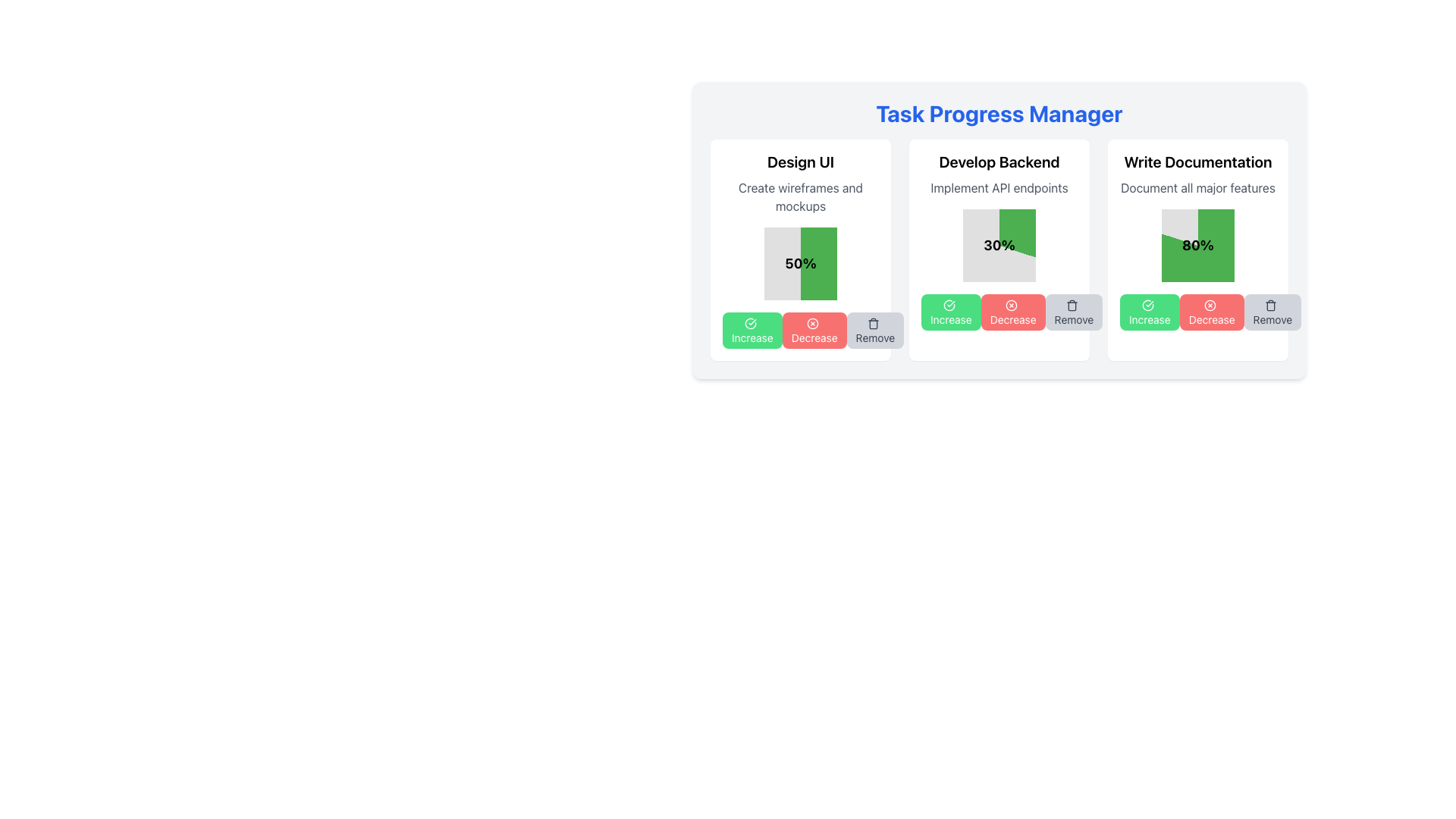 The image size is (1456, 819). Describe the element at coordinates (875, 329) in the screenshot. I see `the 'Remove' button, a rectangular button with a light gray background and dark gray text` at that location.